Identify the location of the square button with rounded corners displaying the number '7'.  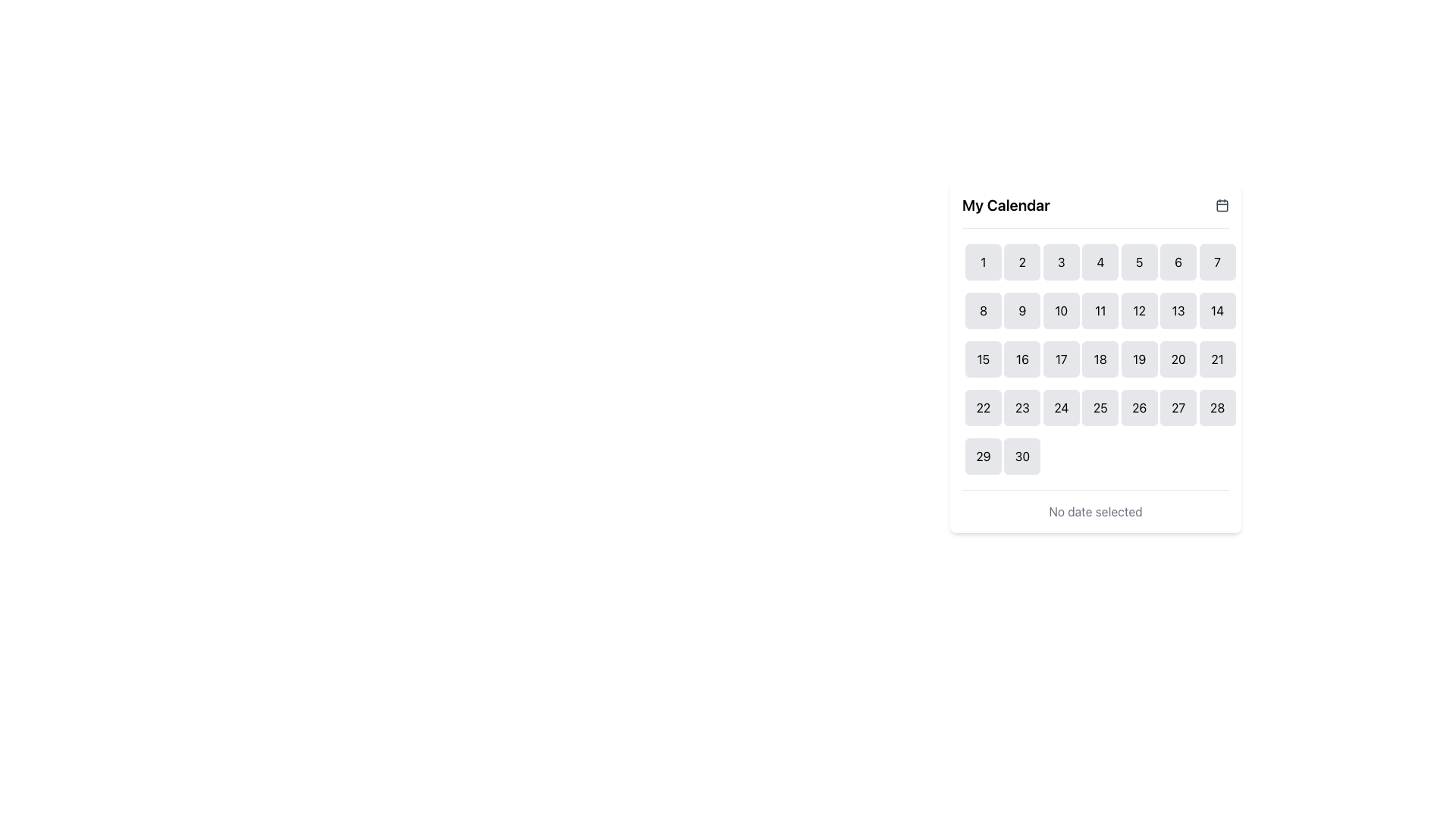
(1217, 262).